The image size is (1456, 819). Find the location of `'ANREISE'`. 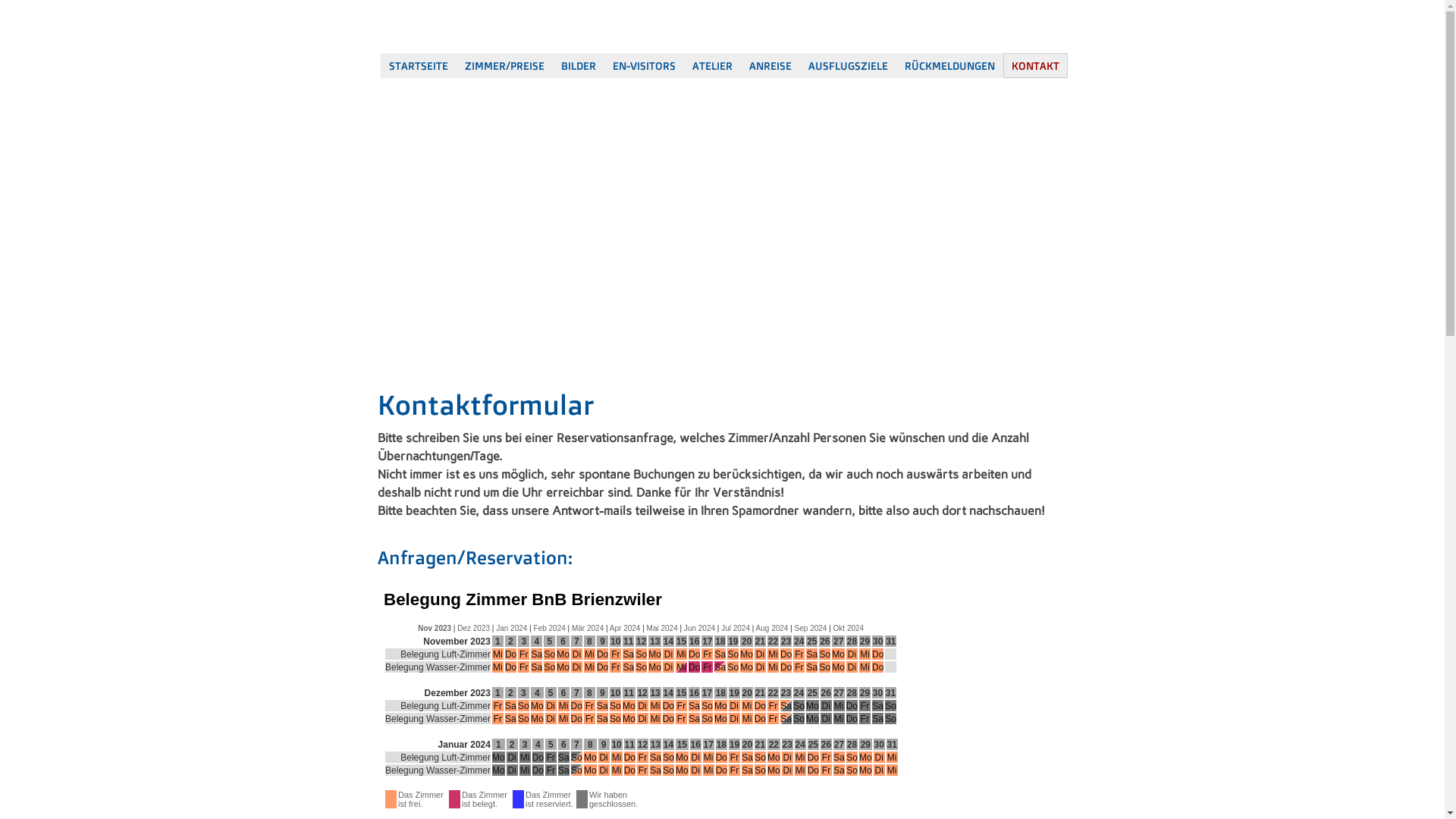

'ANREISE' is located at coordinates (769, 64).